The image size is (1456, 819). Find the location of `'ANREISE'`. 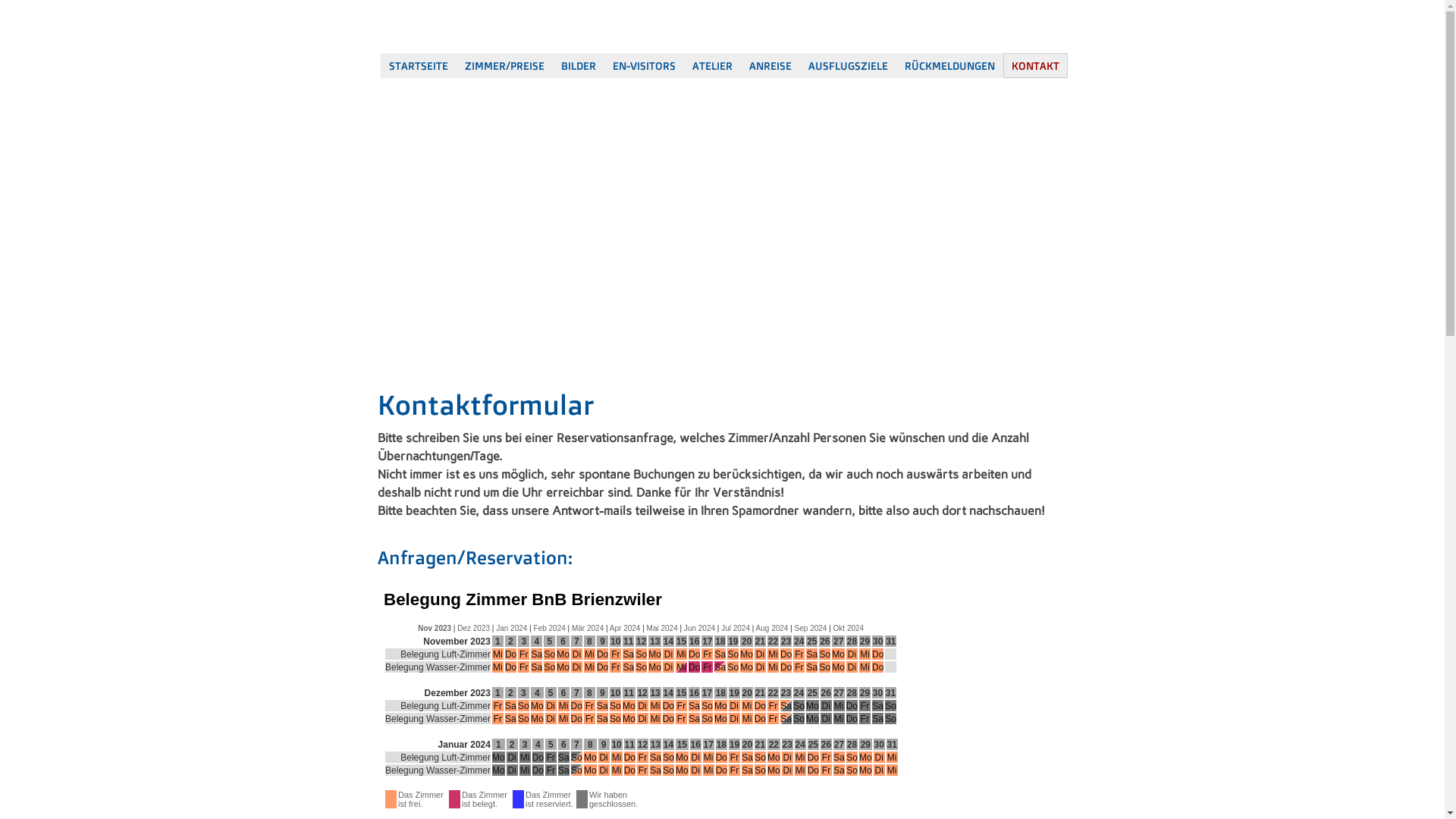

'ANREISE' is located at coordinates (769, 64).